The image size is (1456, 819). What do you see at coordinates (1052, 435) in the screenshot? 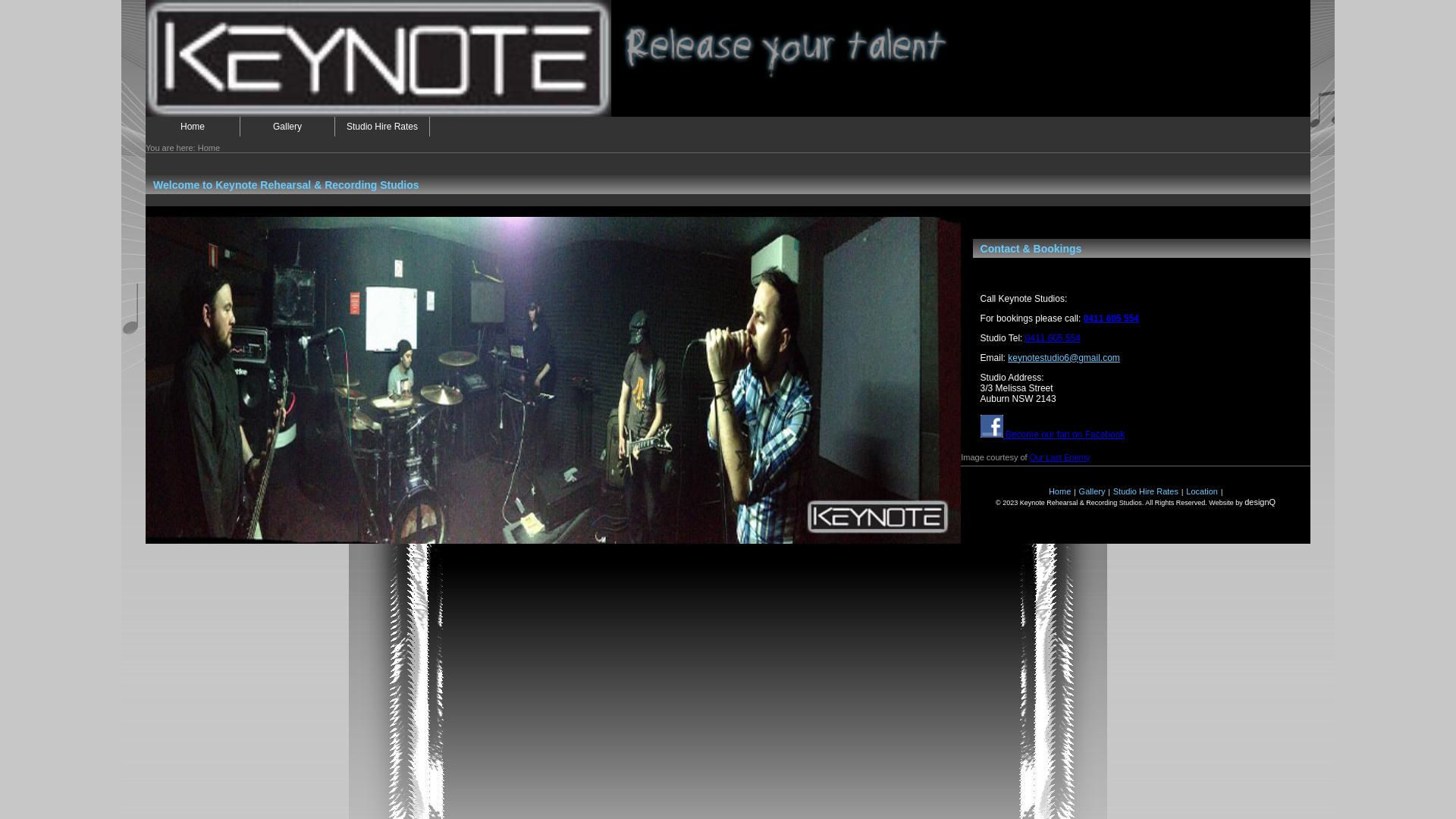
I see `'Become our fan on Facebook'` at bounding box center [1052, 435].